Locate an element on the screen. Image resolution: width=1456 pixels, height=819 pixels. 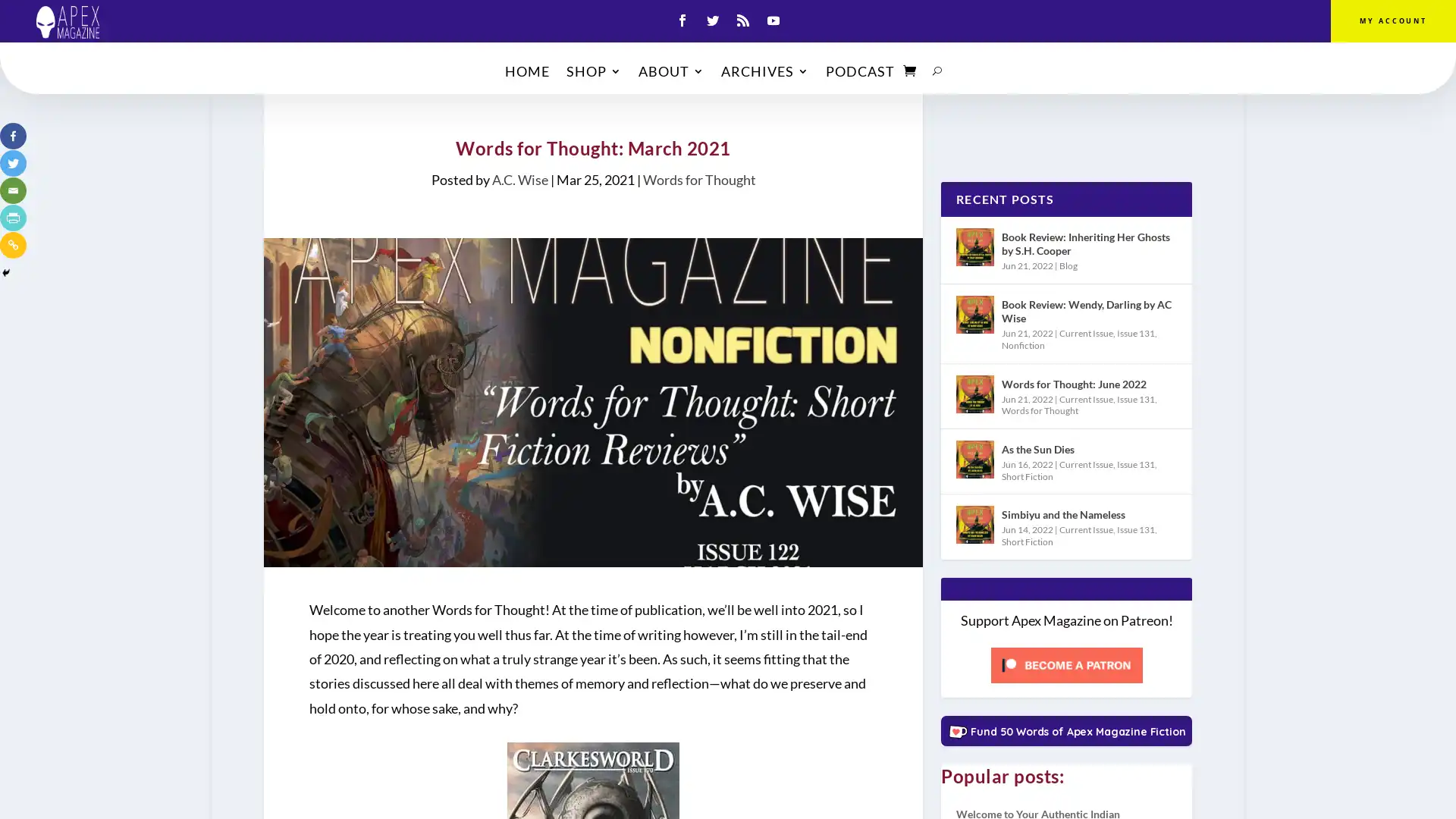
U is located at coordinates (937, 74).